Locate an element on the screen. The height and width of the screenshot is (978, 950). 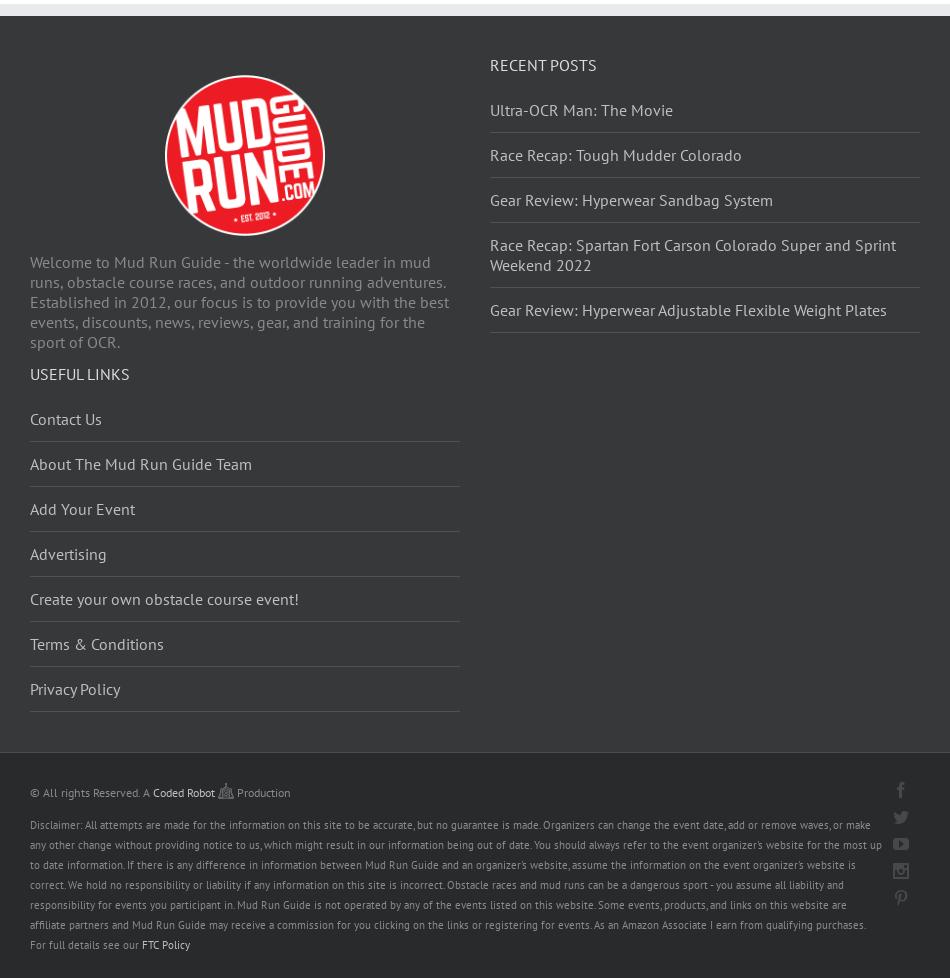
'Terms & Conditions' is located at coordinates (96, 643).